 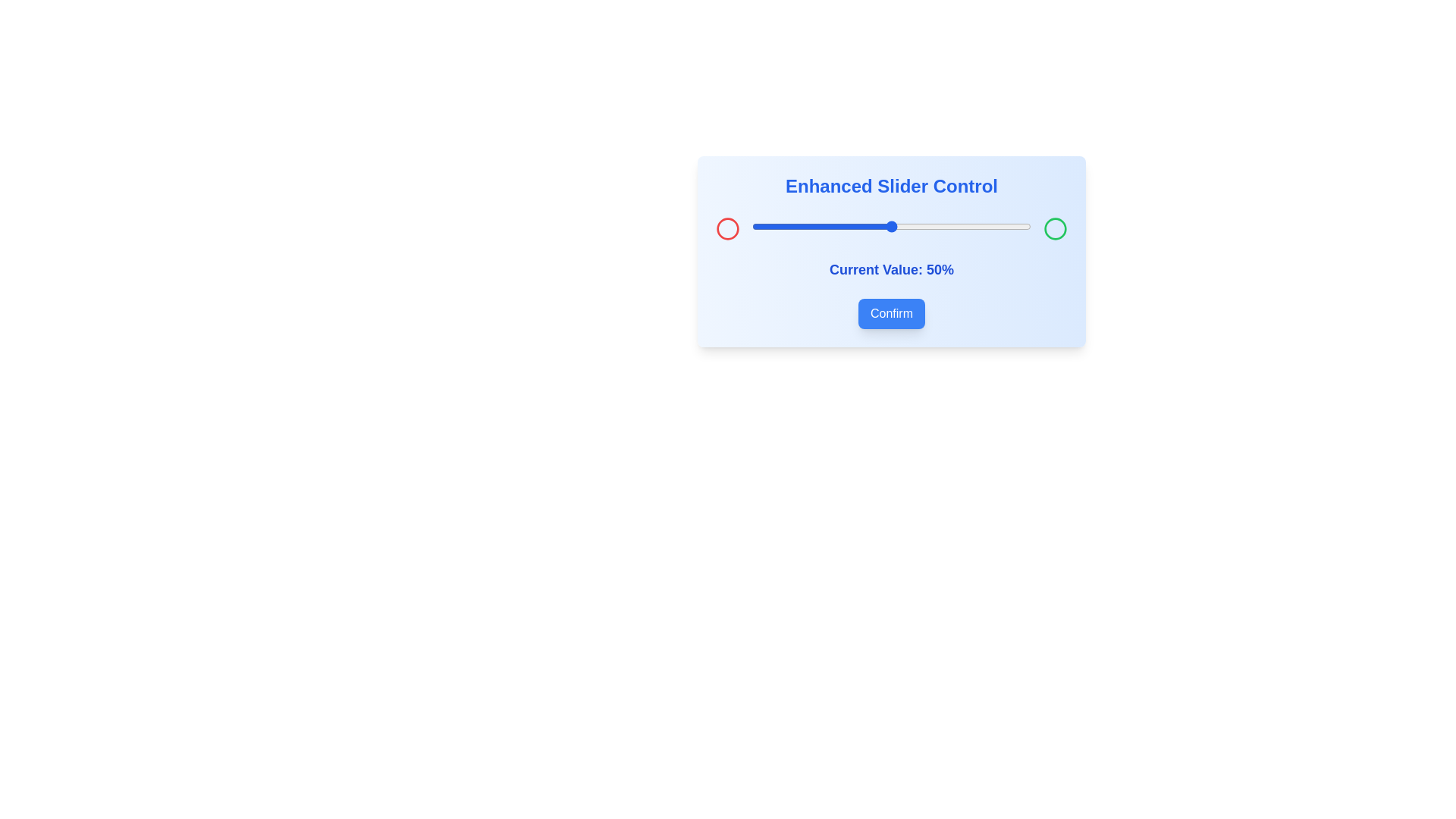 I want to click on the slider, so click(x=989, y=227).